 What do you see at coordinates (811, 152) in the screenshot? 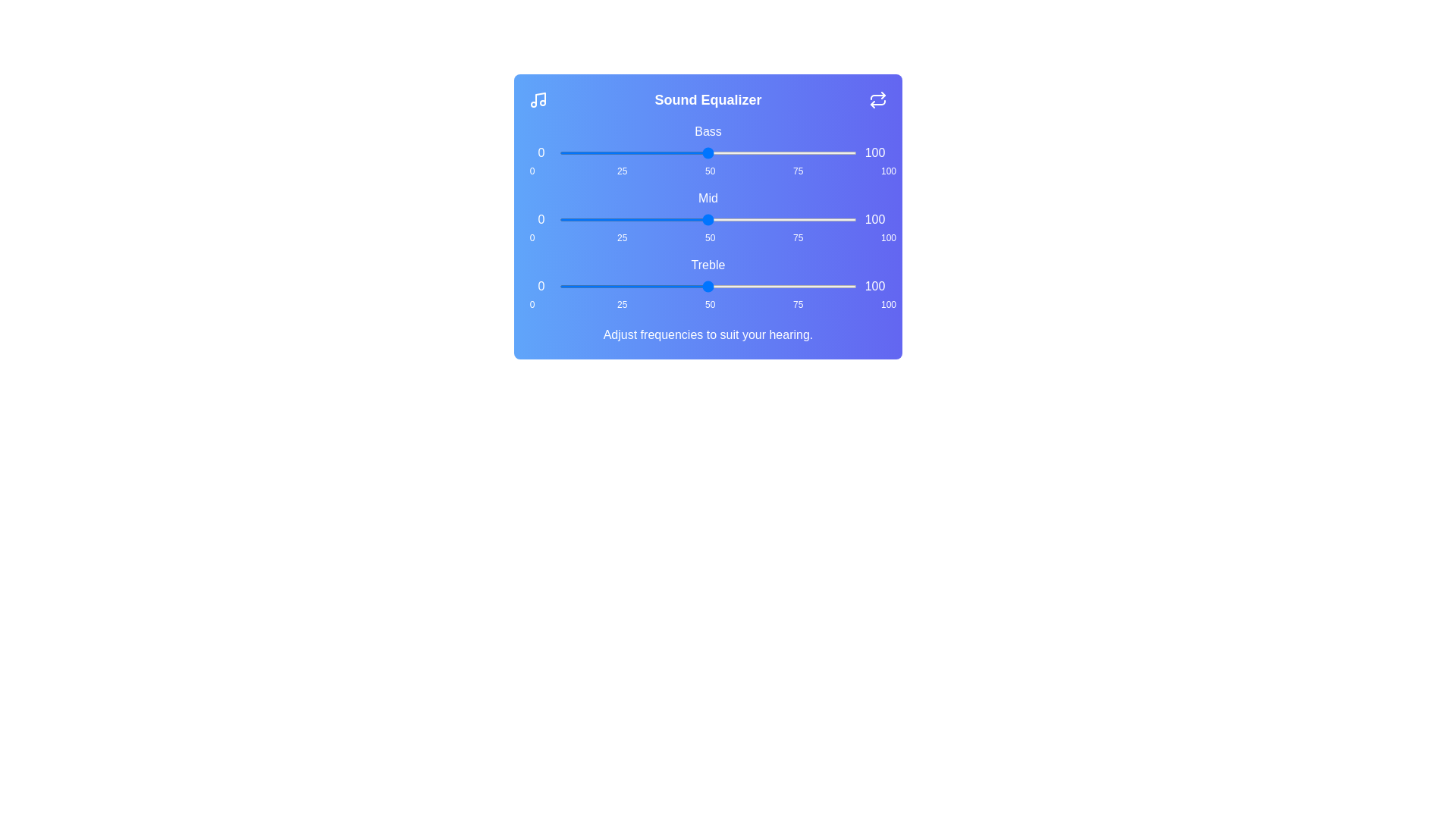
I see `the bass slider to 85%` at bounding box center [811, 152].